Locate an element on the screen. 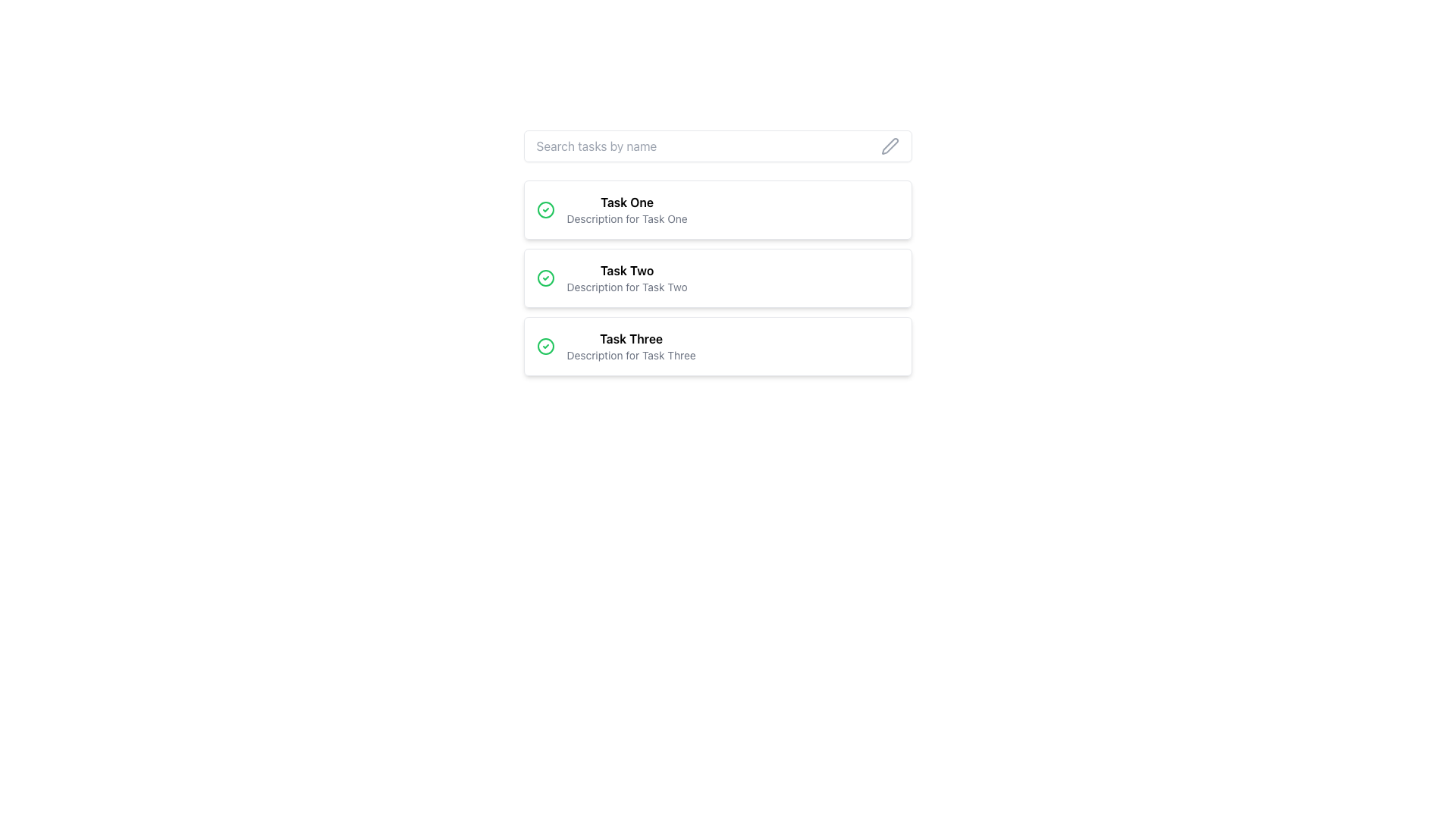 The height and width of the screenshot is (819, 1456). the icon with a green outlined circle and checkmark indicating task completion, located to the left of the text 'Task One' is located at coordinates (545, 210).